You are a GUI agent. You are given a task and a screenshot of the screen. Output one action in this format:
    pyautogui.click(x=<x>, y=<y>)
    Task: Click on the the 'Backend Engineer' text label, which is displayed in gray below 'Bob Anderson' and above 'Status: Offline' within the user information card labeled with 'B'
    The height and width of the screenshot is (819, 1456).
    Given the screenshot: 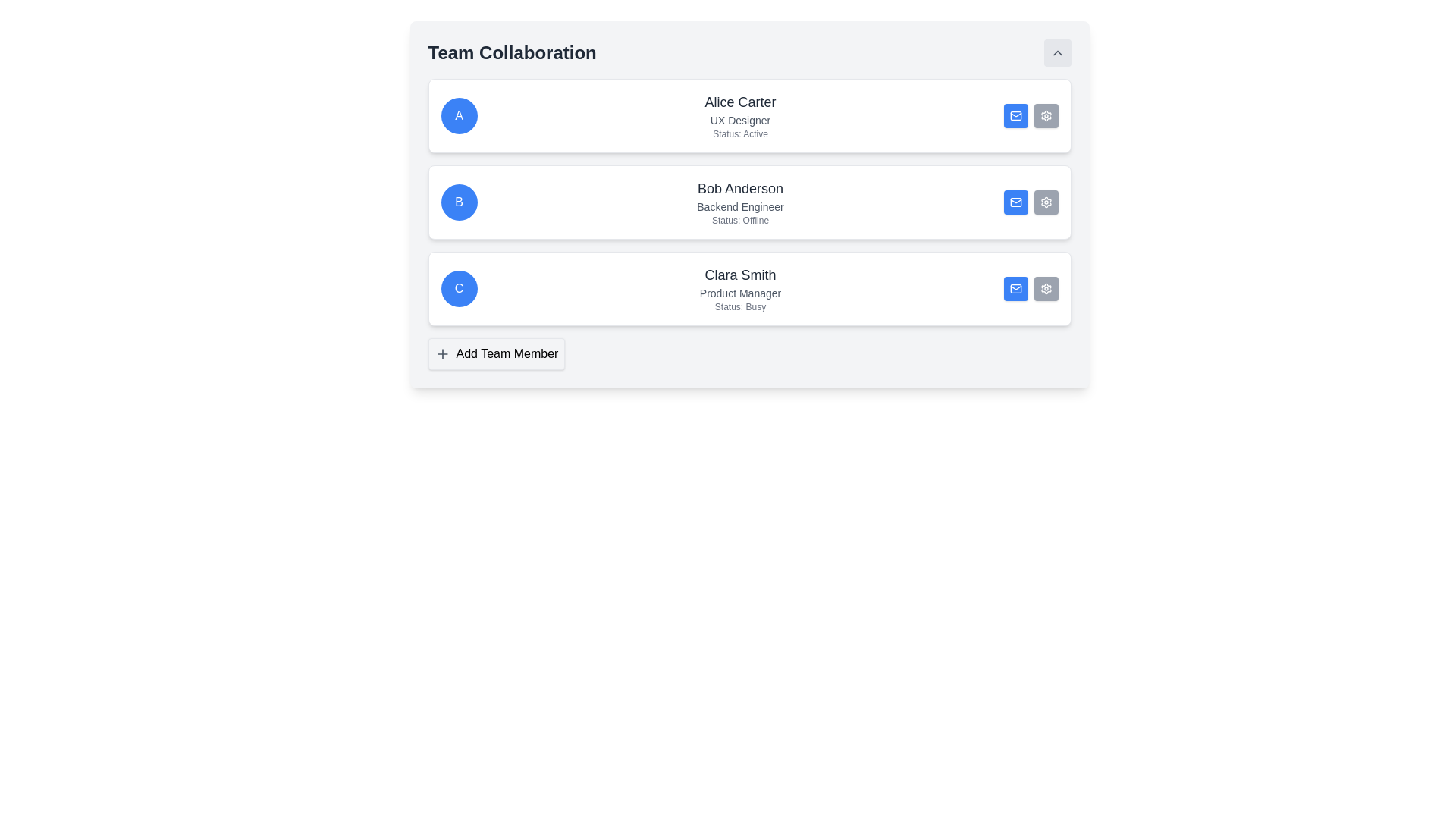 What is the action you would take?
    pyautogui.click(x=740, y=207)
    